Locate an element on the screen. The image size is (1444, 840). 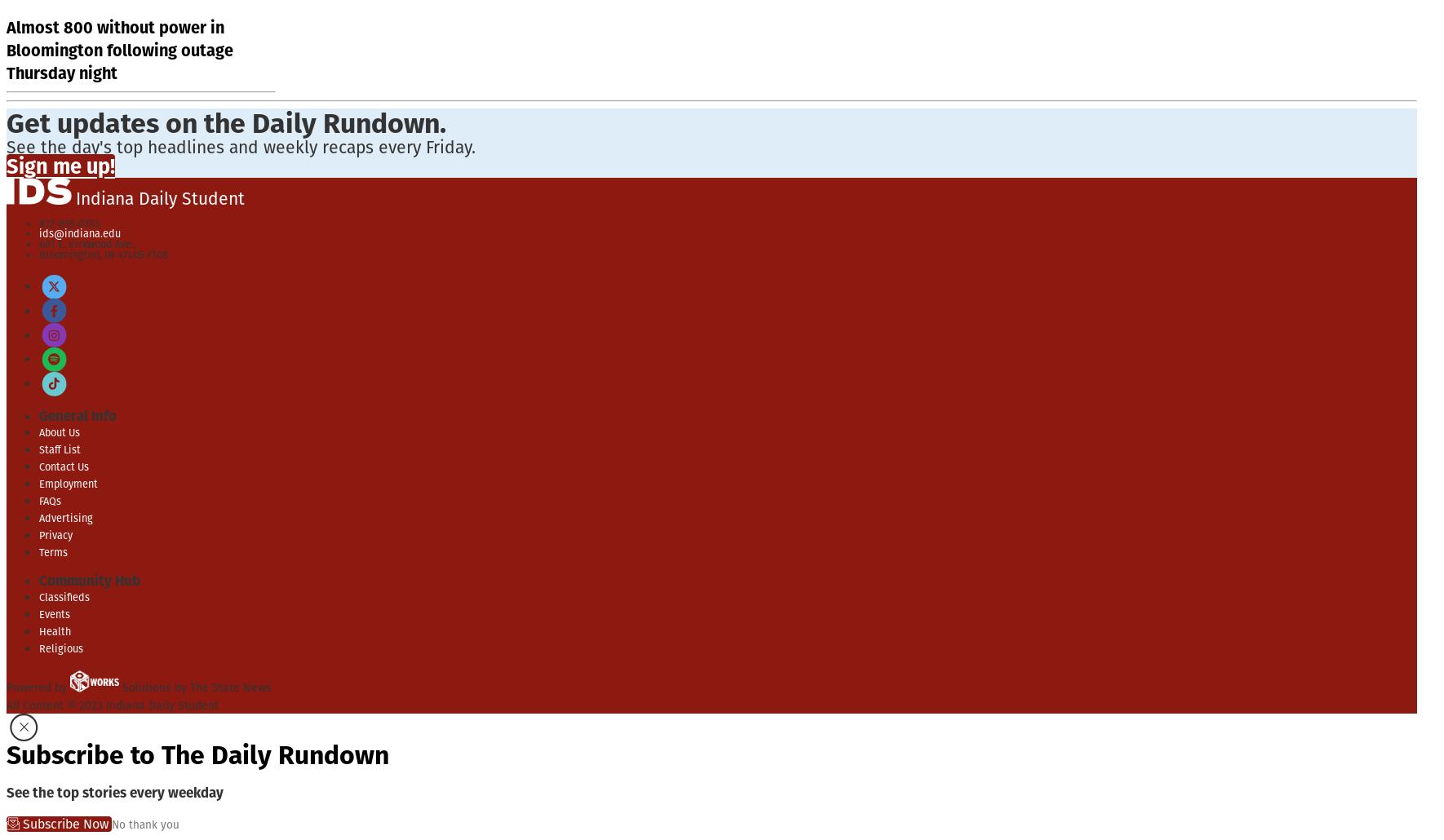
'Sign me up!' is located at coordinates (60, 166).